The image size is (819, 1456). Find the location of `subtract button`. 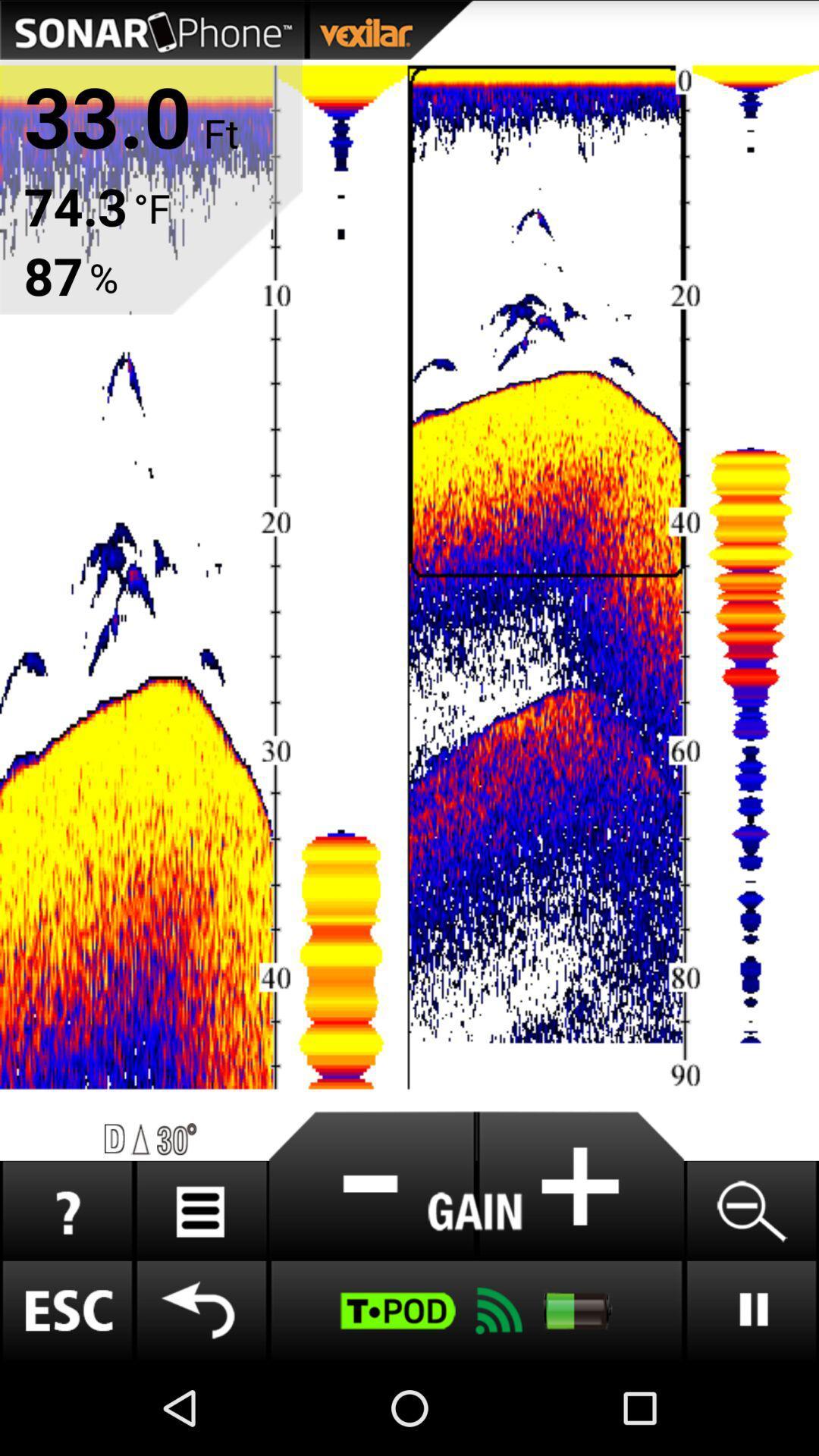

subtract button is located at coordinates (372, 1185).